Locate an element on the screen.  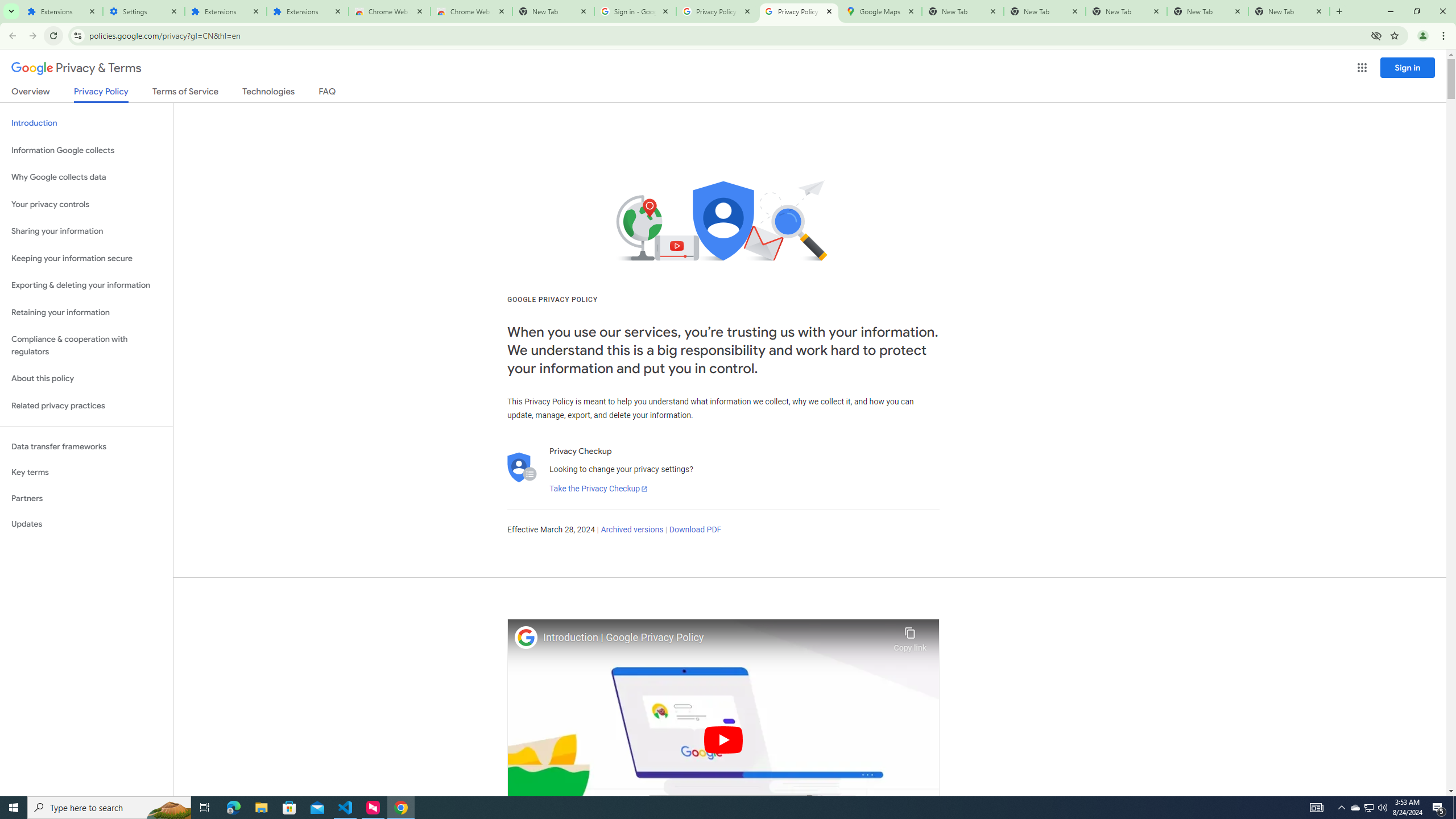
'Settings' is located at coordinates (143, 11).